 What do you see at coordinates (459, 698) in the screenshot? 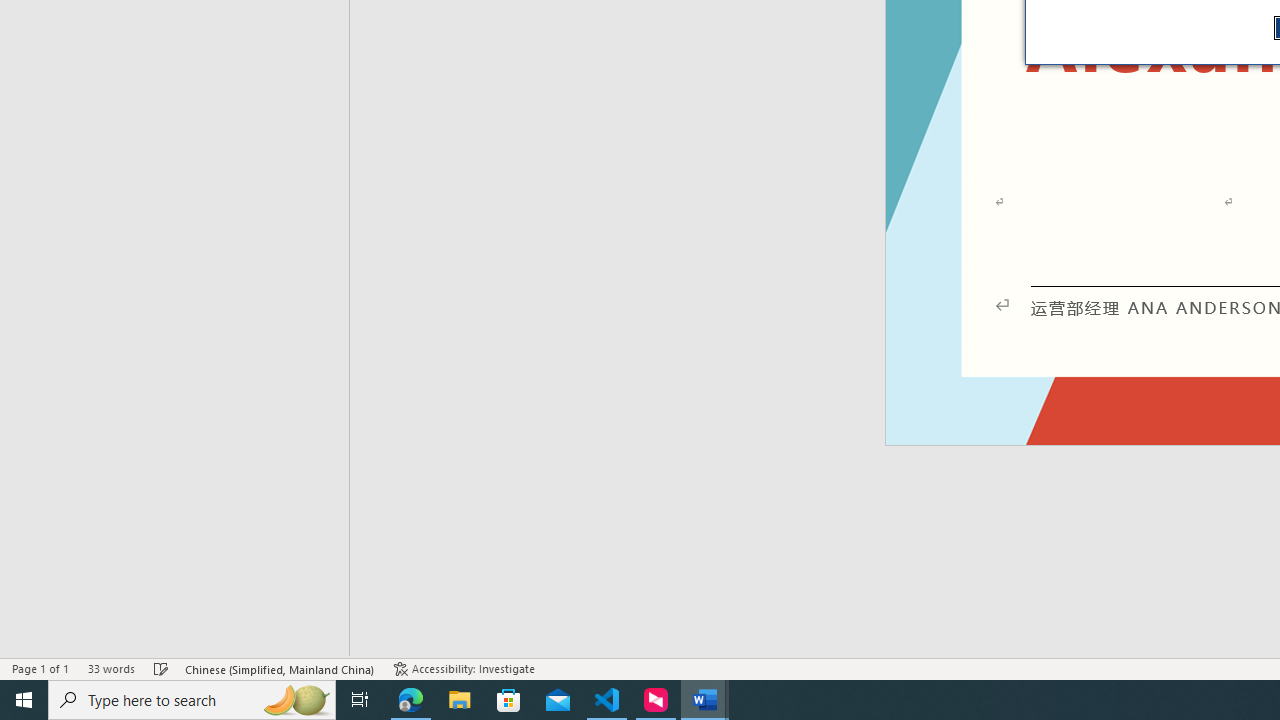
I see `'File Explorer'` at bounding box center [459, 698].